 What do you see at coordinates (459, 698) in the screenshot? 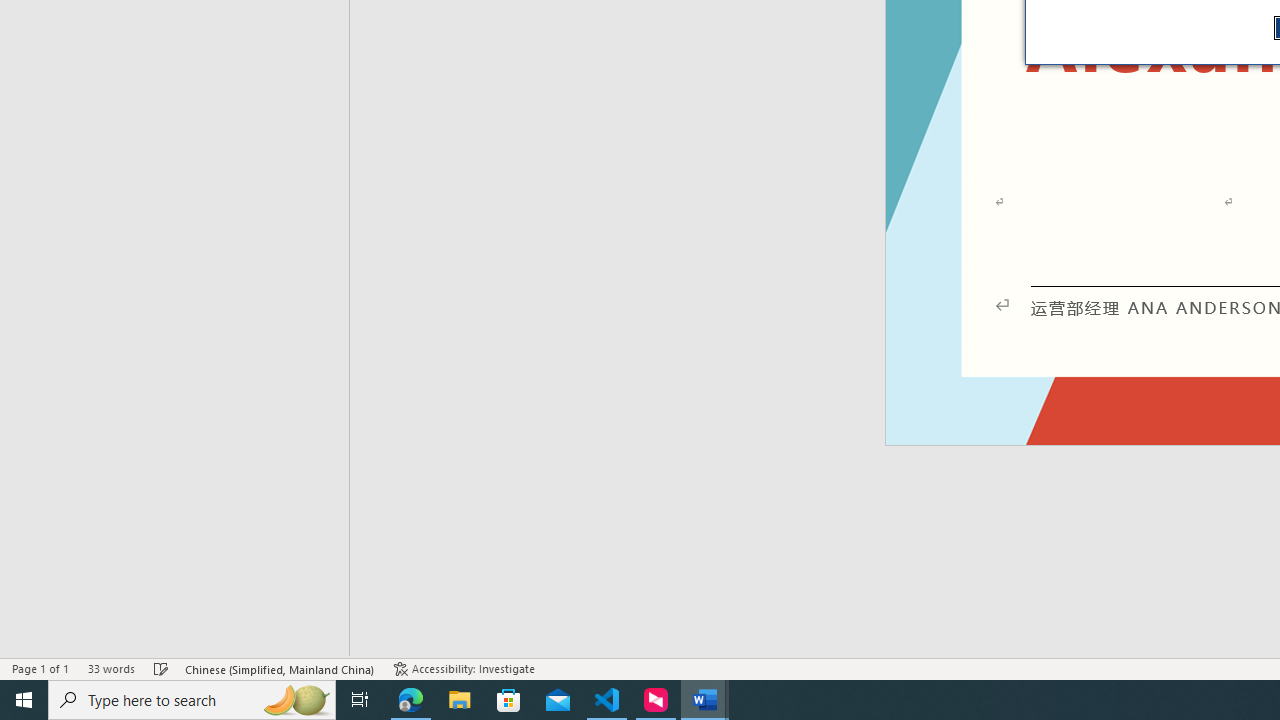
I see `'File Explorer'` at bounding box center [459, 698].